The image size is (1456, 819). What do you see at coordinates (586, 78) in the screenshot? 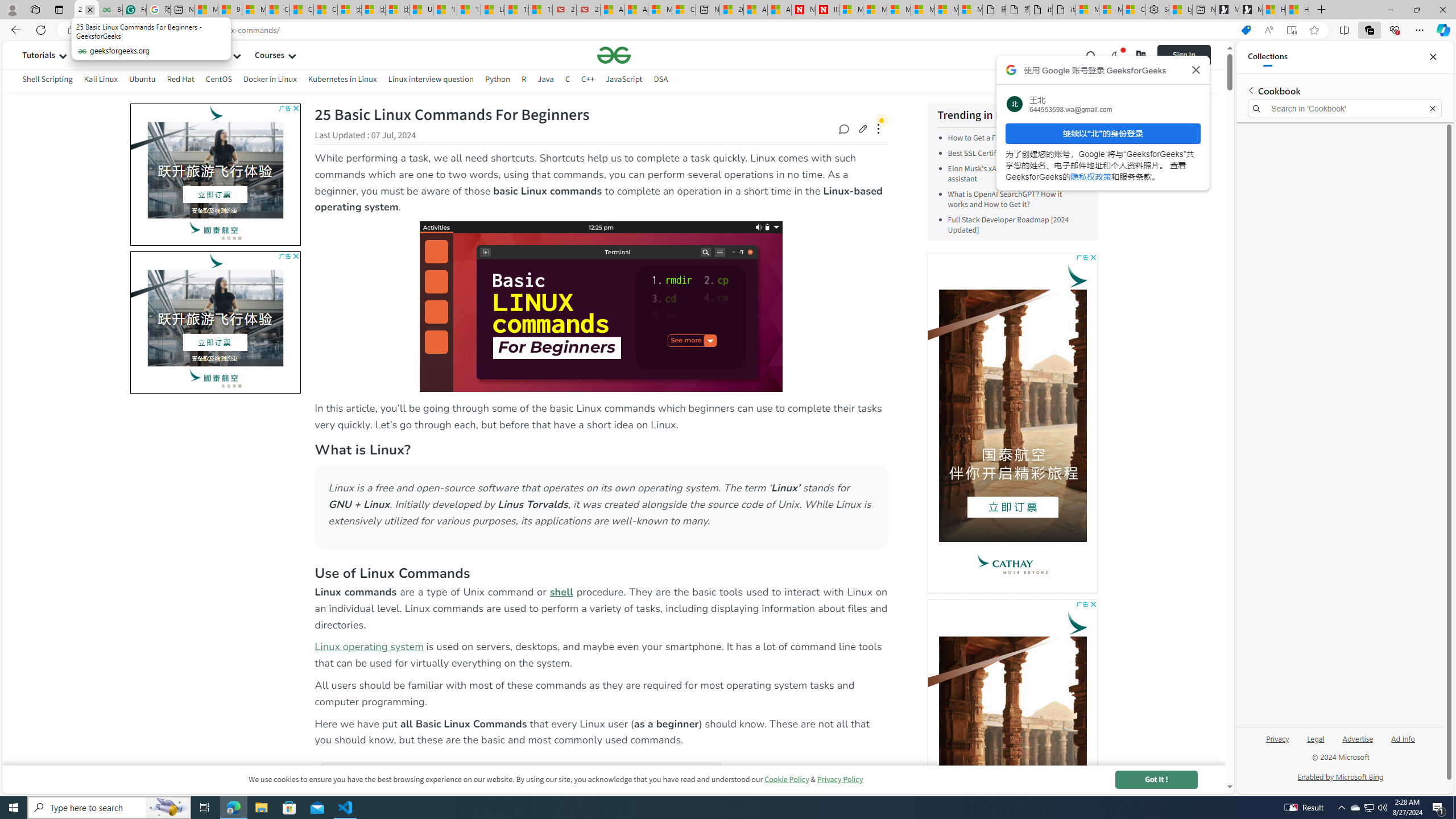
I see `'C++'` at bounding box center [586, 78].